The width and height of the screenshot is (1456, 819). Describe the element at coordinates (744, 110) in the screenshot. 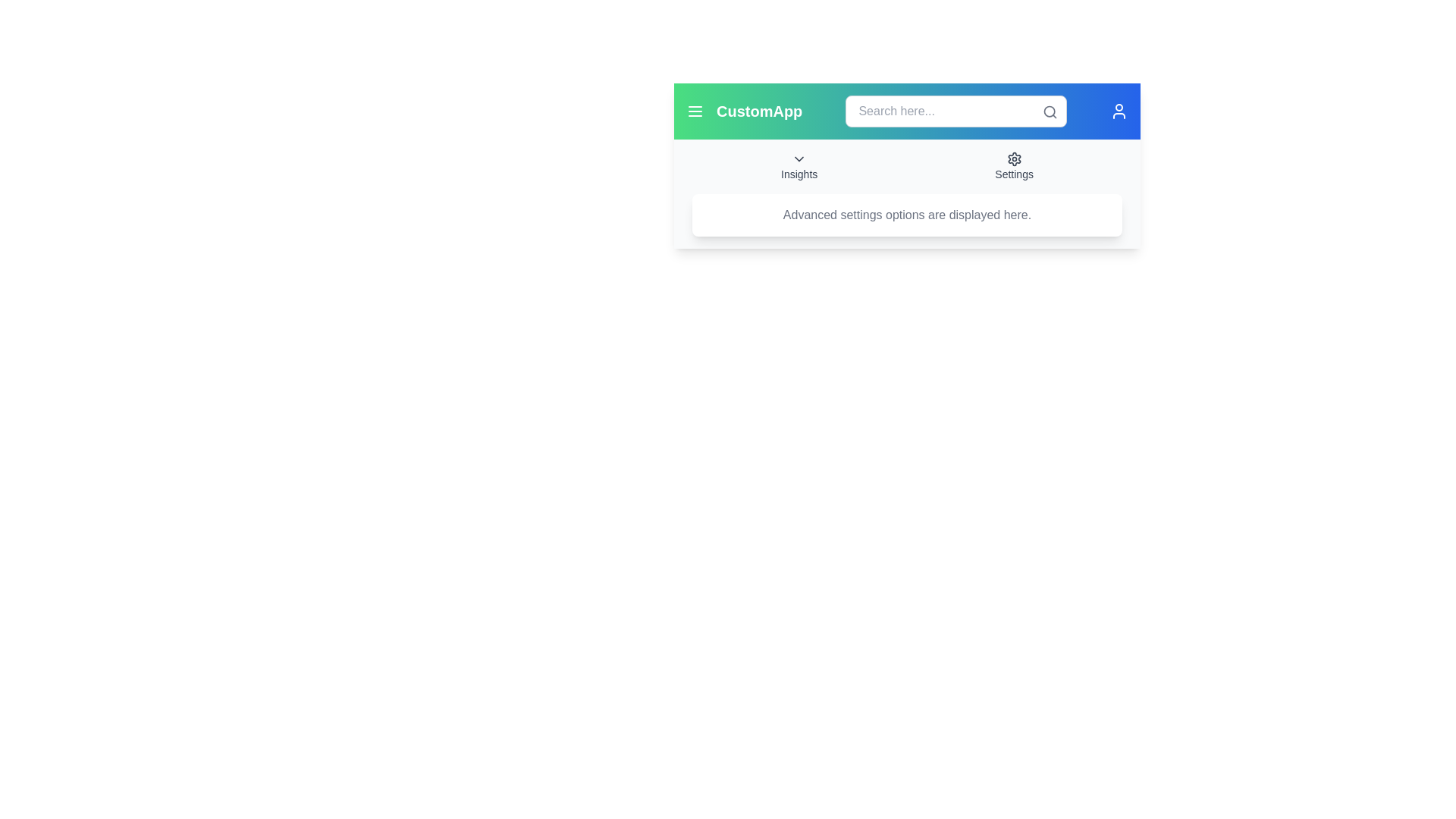

I see `the text label displaying 'CustomApp' in bold white font against a gradient green background, located in the top-left corner of the header bar` at that location.